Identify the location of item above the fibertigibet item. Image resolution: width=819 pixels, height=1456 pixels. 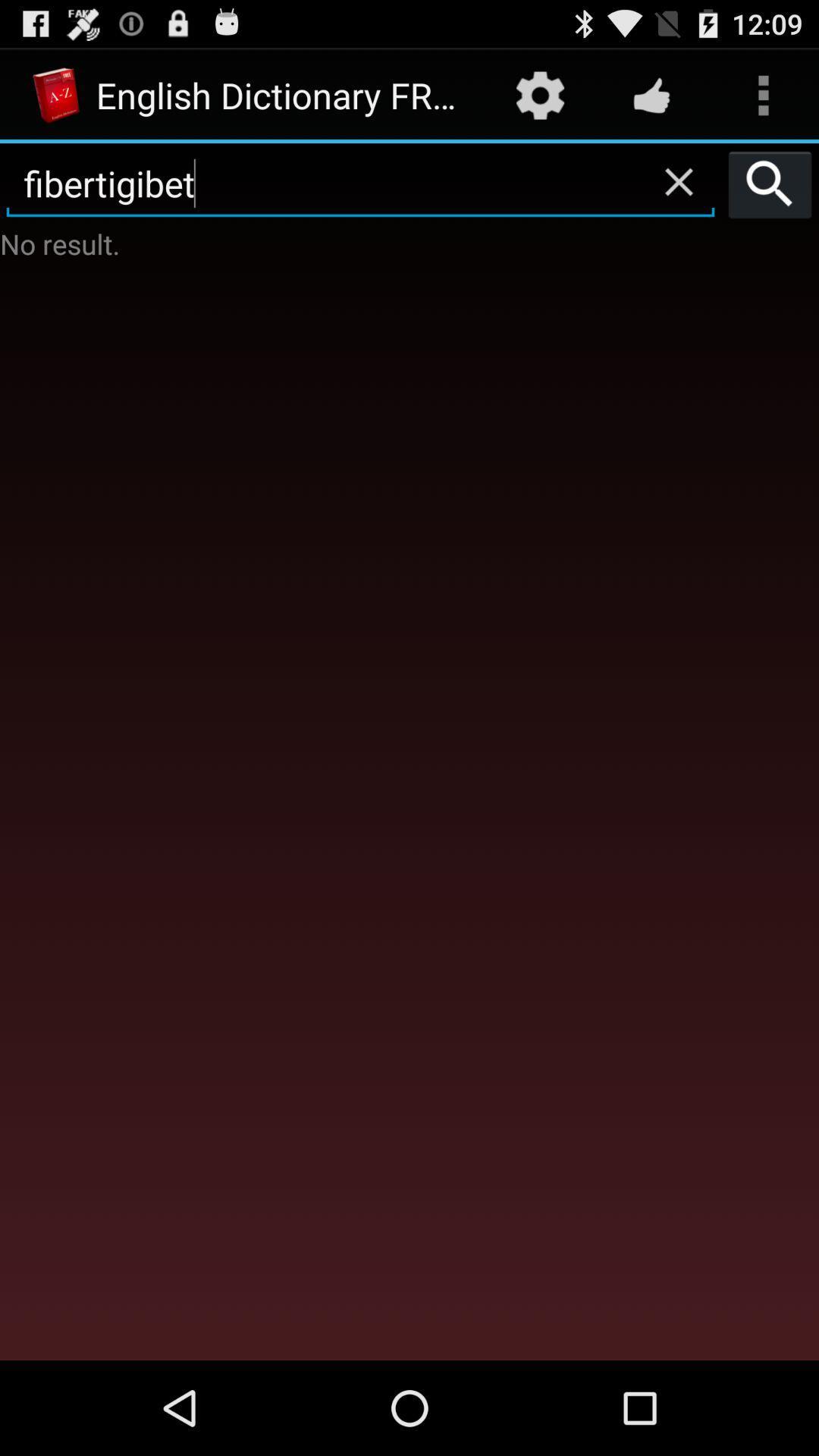
(651, 94).